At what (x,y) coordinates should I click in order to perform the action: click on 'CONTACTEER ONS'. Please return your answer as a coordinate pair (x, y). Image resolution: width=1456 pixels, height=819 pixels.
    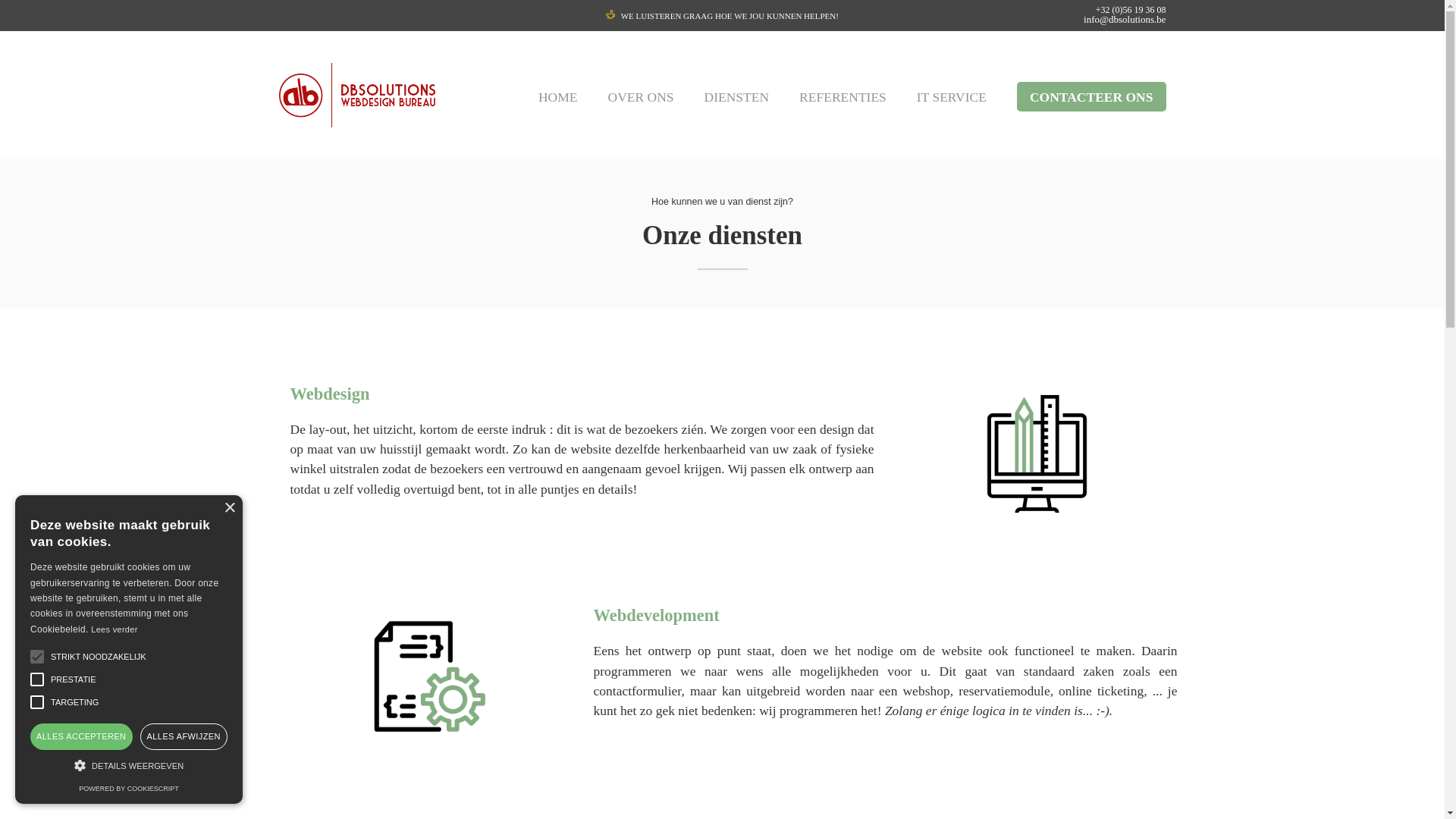
    Looking at the image, I should click on (1090, 96).